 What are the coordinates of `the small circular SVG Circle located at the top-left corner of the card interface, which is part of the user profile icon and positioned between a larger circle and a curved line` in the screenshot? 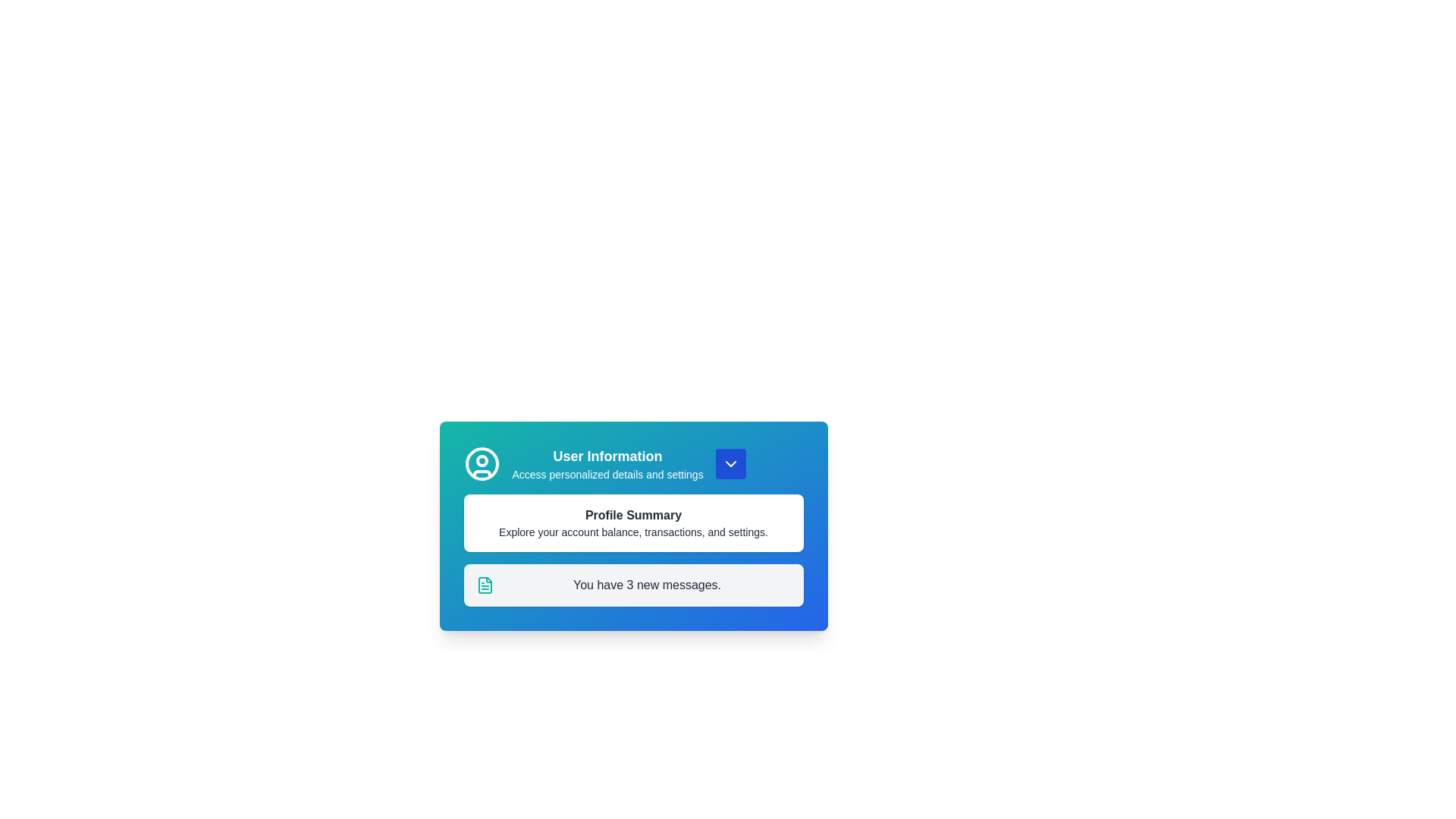 It's located at (481, 460).